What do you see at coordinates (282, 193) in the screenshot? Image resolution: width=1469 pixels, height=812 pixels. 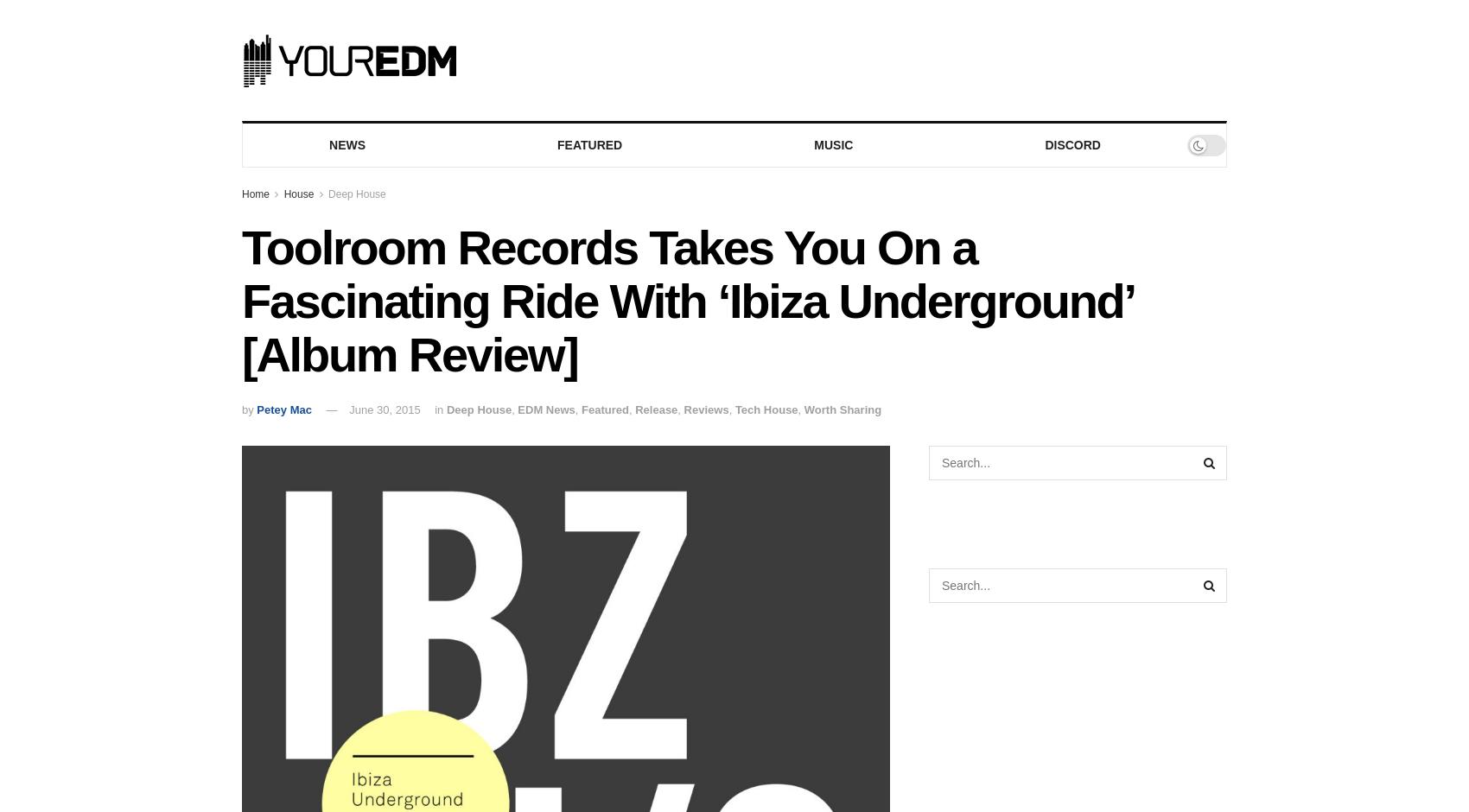 I see `'House'` at bounding box center [282, 193].